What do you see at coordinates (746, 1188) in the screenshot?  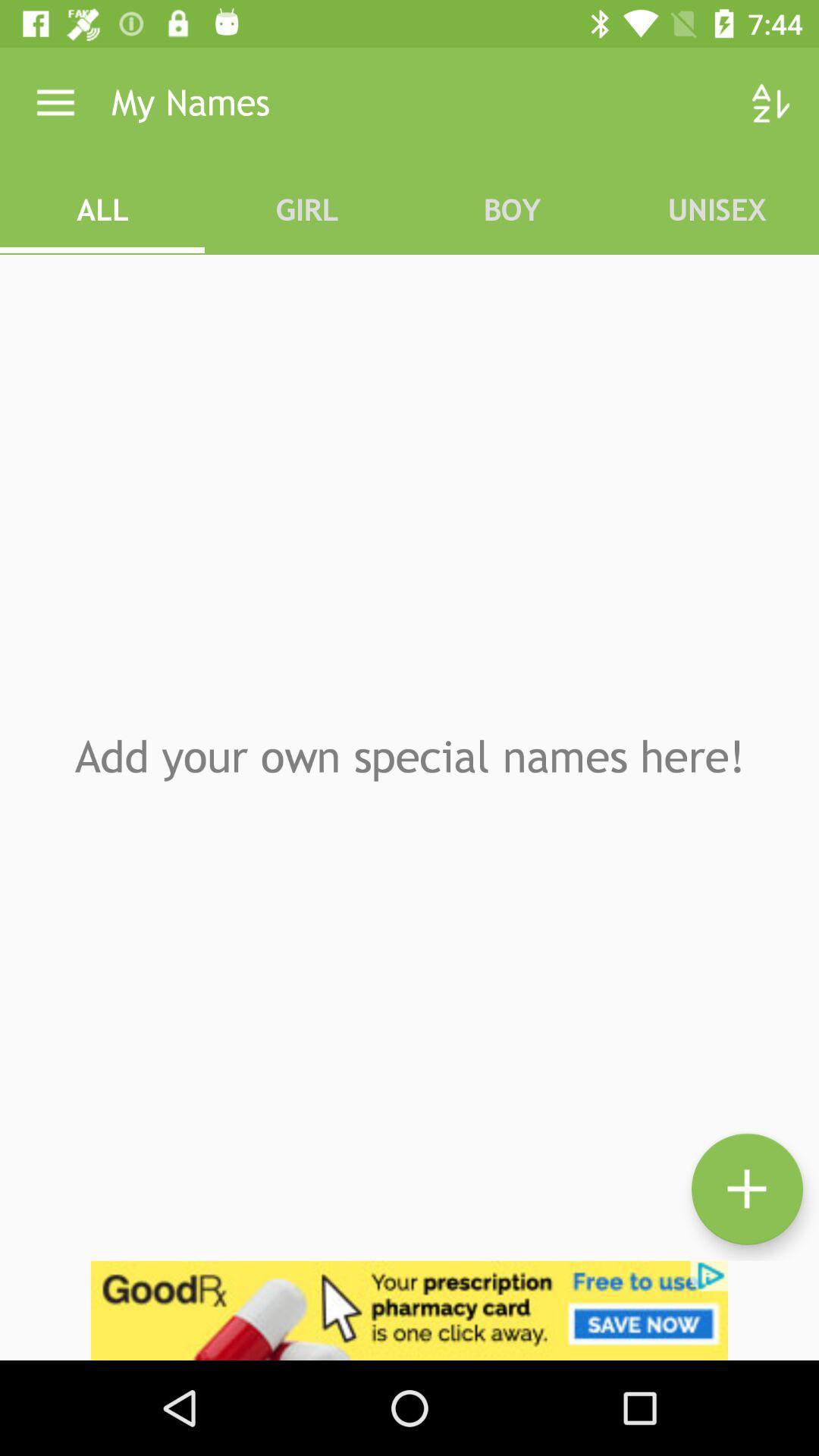 I see `the add icon` at bounding box center [746, 1188].